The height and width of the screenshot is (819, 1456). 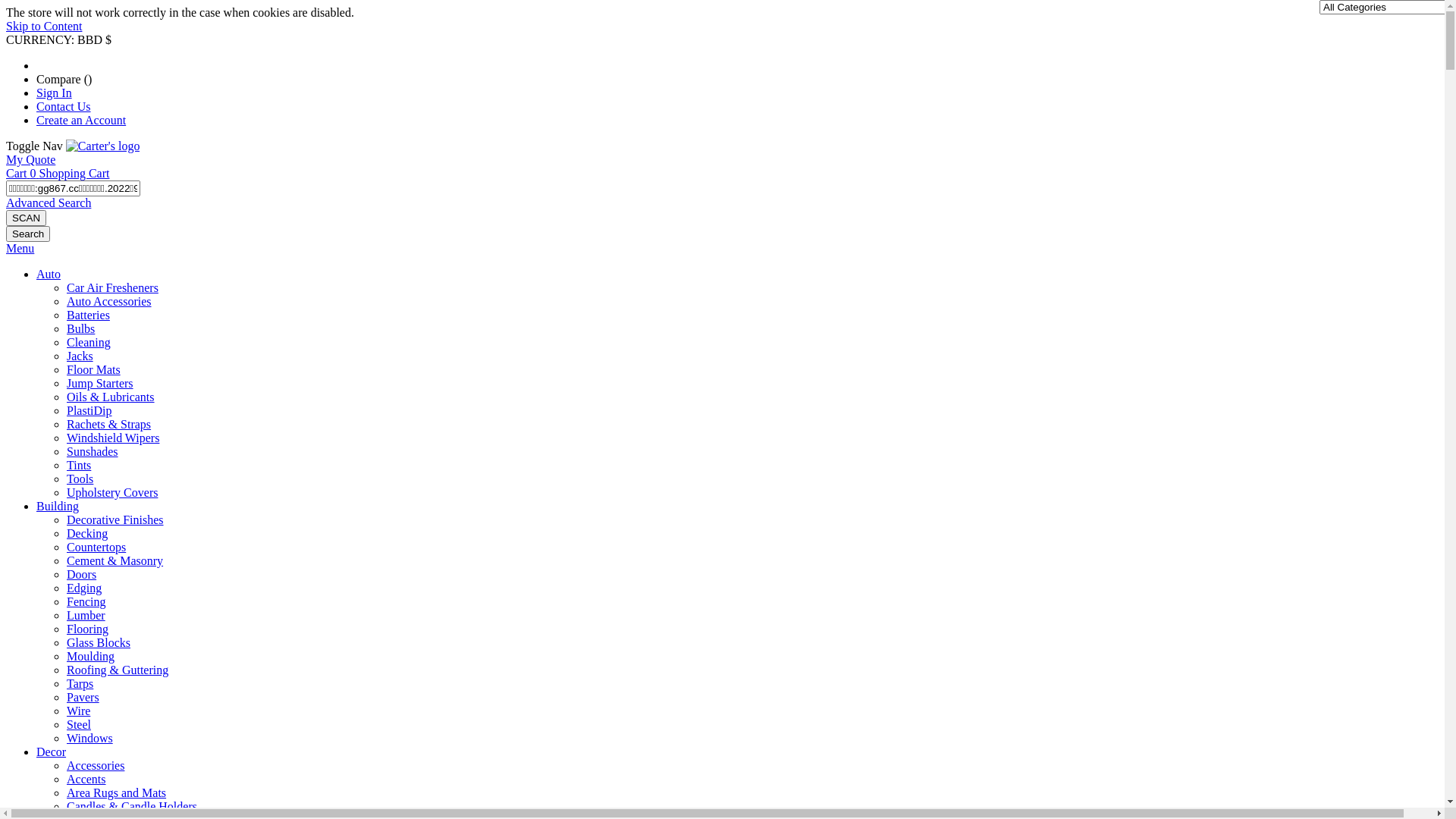 What do you see at coordinates (65, 396) in the screenshot?
I see `'Oils & Lubricants'` at bounding box center [65, 396].